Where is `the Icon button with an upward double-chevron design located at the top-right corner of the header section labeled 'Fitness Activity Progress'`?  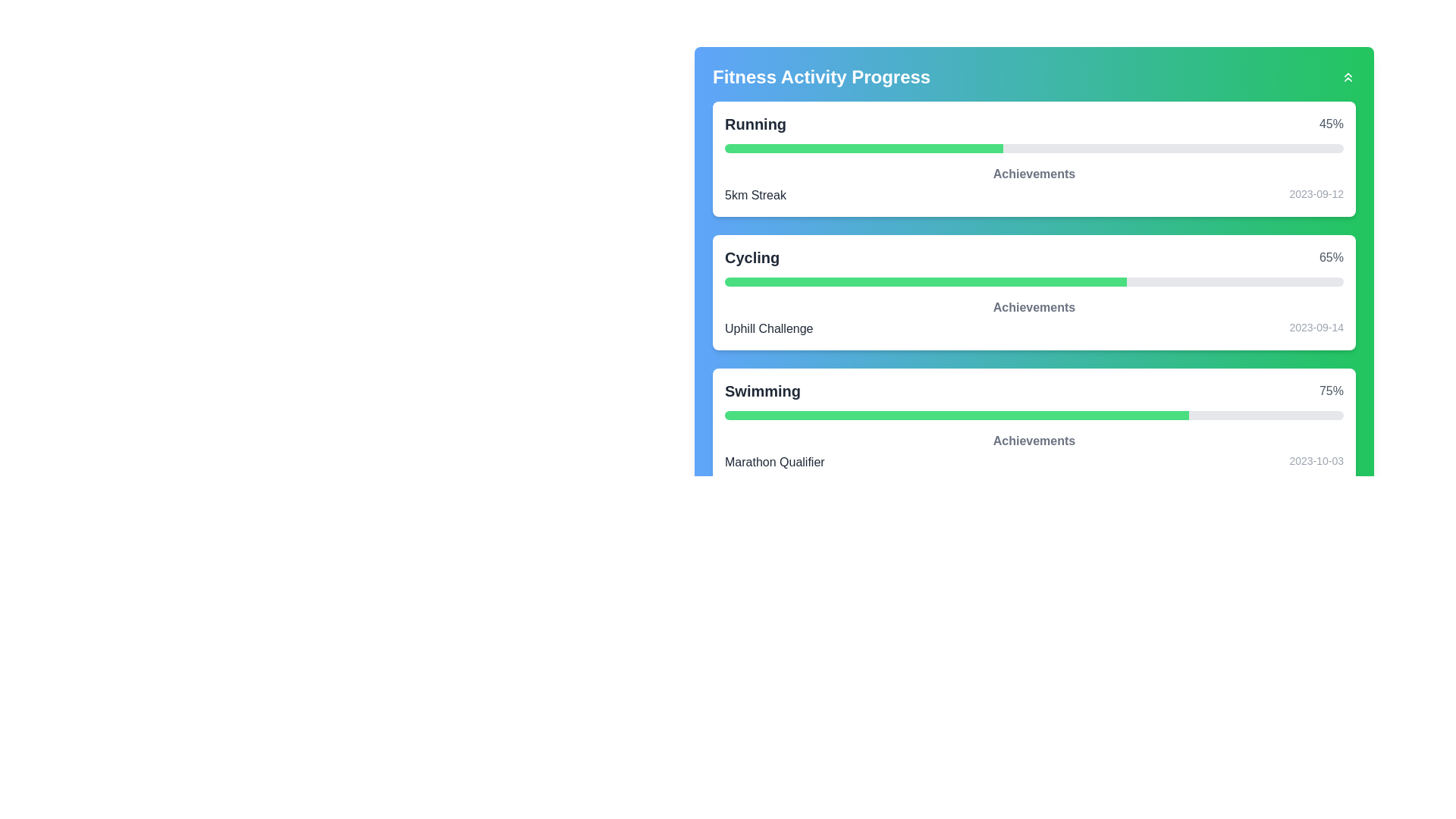
the Icon button with an upward double-chevron design located at the top-right corner of the header section labeled 'Fitness Activity Progress' is located at coordinates (1348, 77).